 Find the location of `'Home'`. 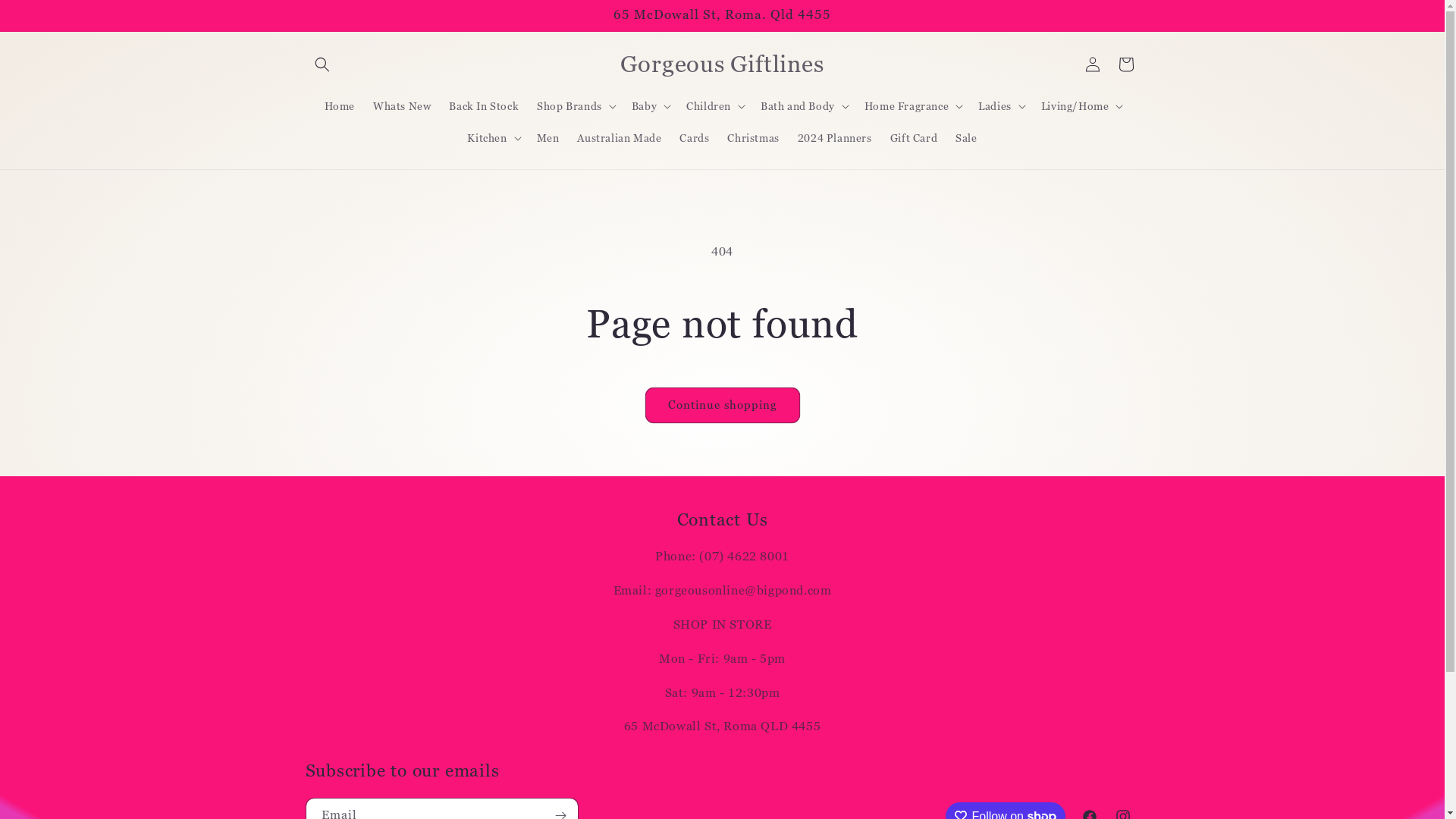

'Home' is located at coordinates (338, 104).